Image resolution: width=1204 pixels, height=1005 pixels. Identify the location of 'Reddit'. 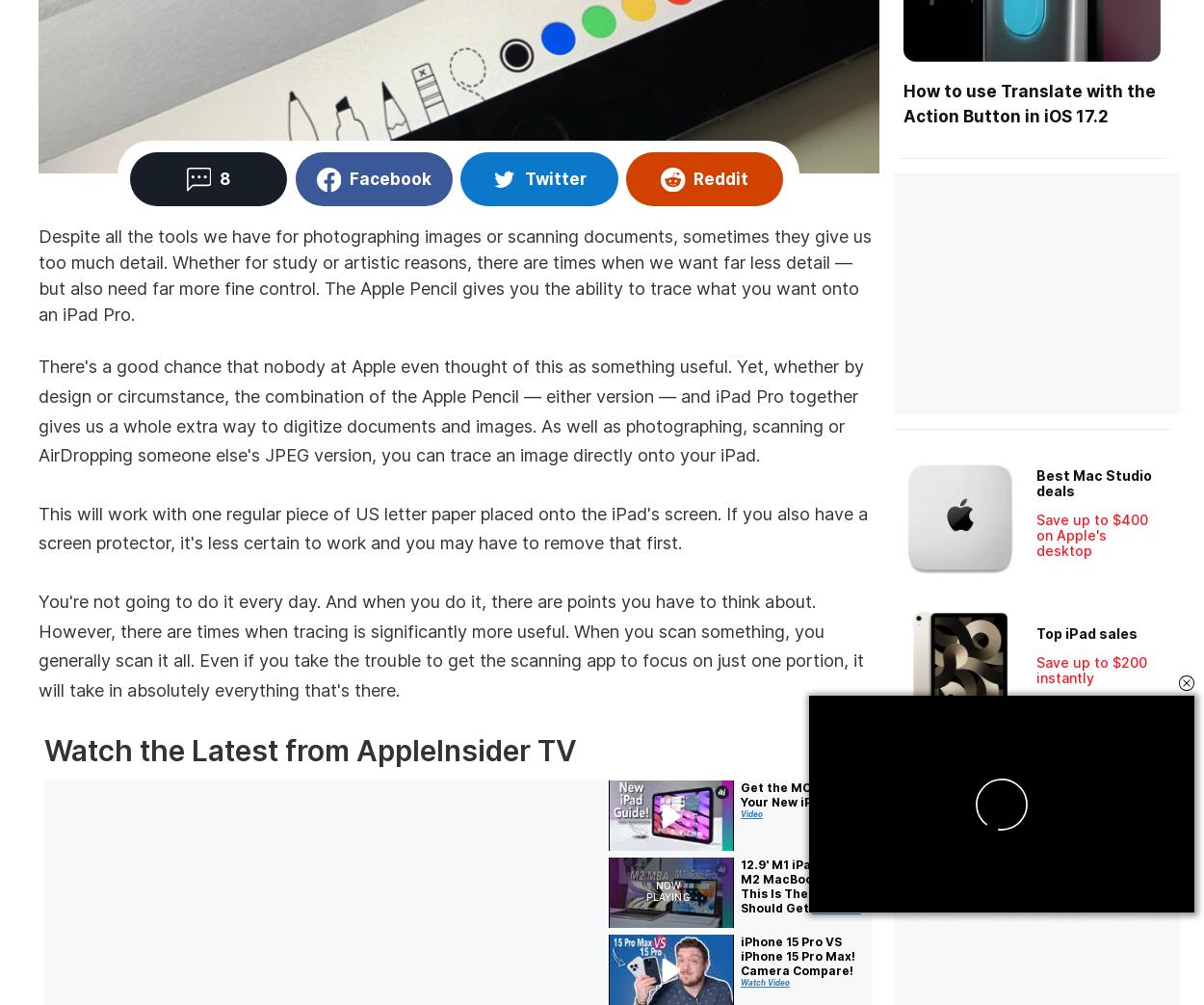
(720, 177).